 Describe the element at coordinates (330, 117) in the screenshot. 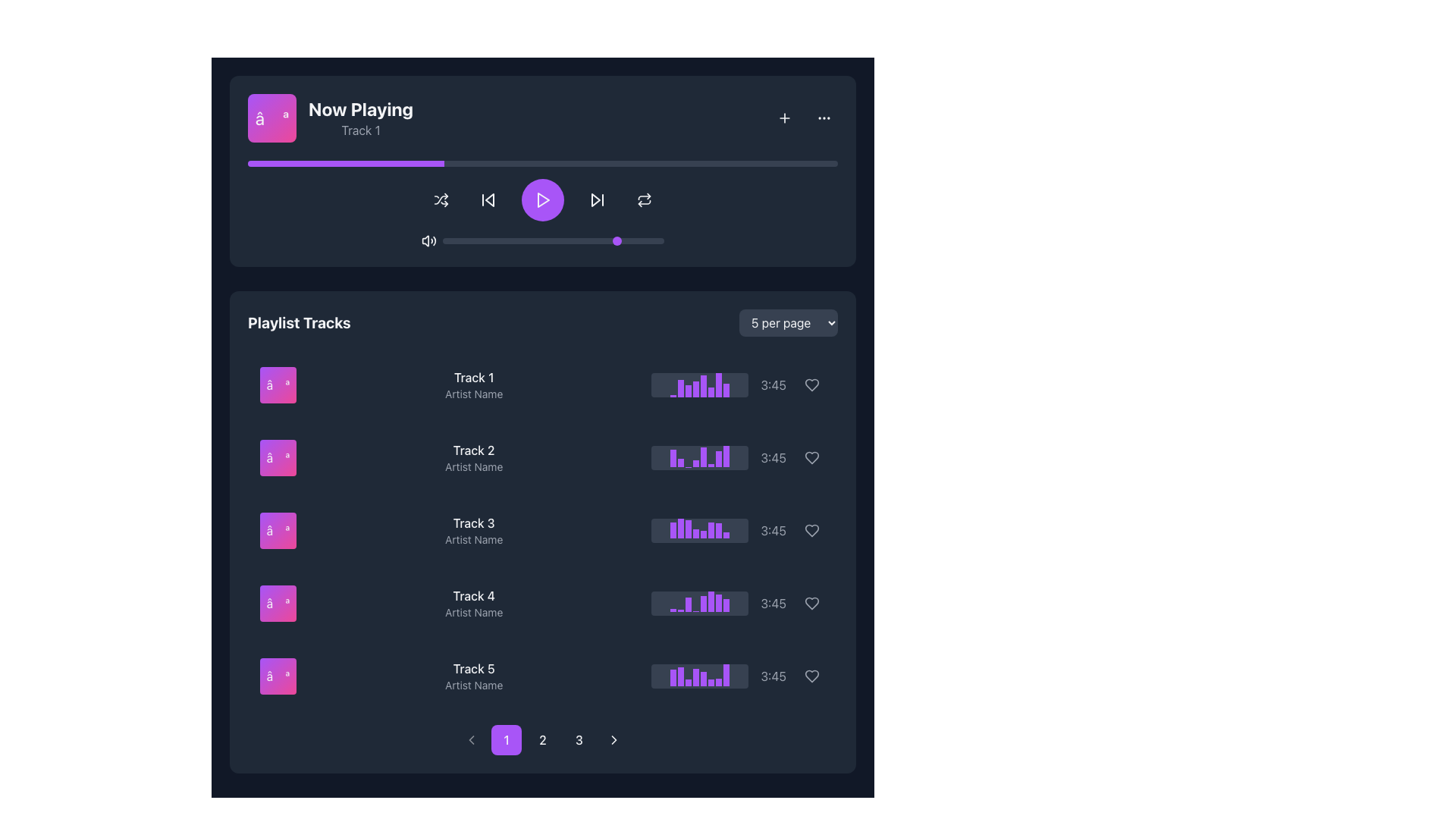

I see `the 'Now Playing' text label, which is located at the top left of the playback controls area, immediately to the right of a purple gradient square icon with a musical note symbol` at that location.